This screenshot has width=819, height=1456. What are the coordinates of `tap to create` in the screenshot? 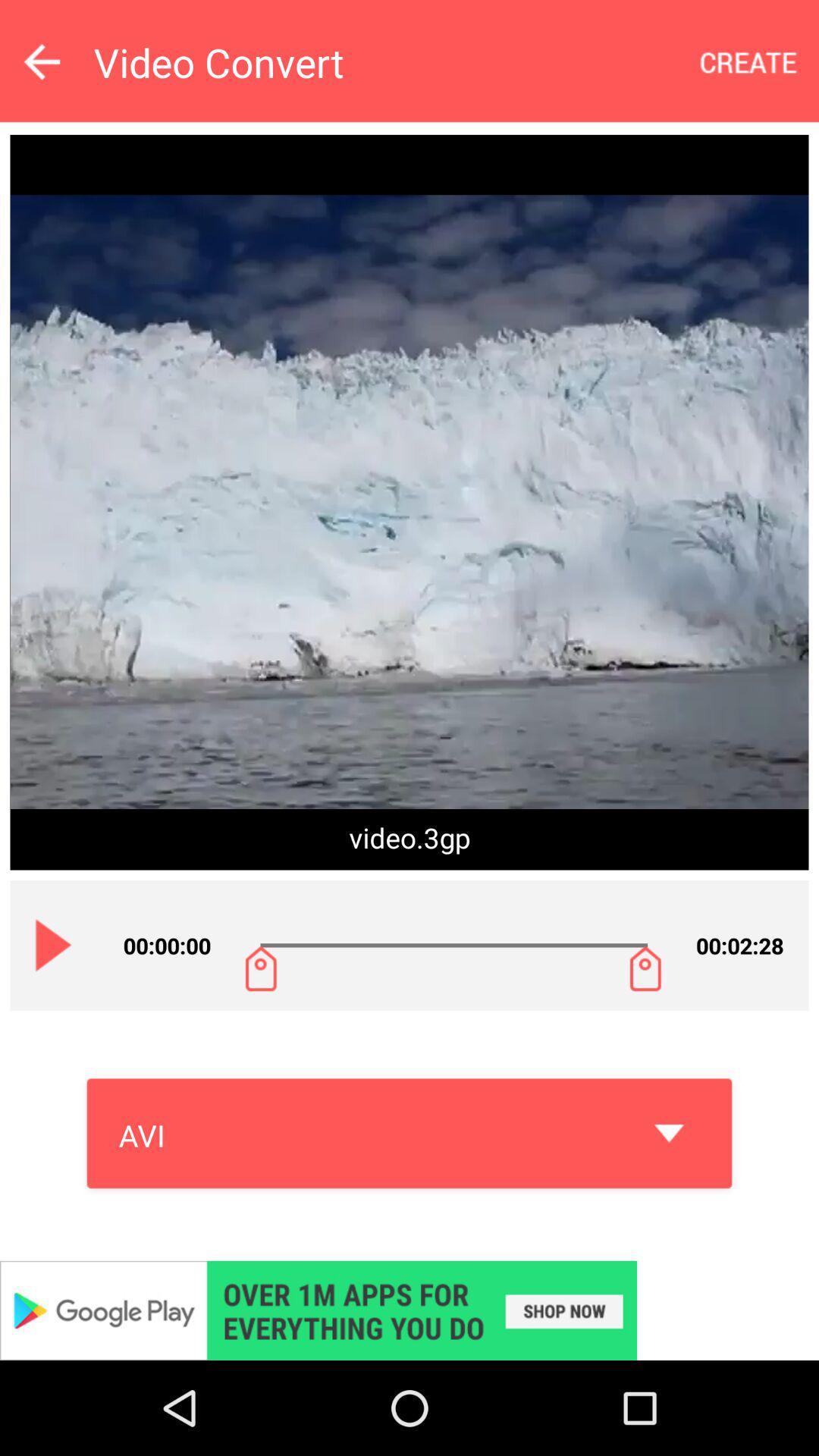 It's located at (748, 61).